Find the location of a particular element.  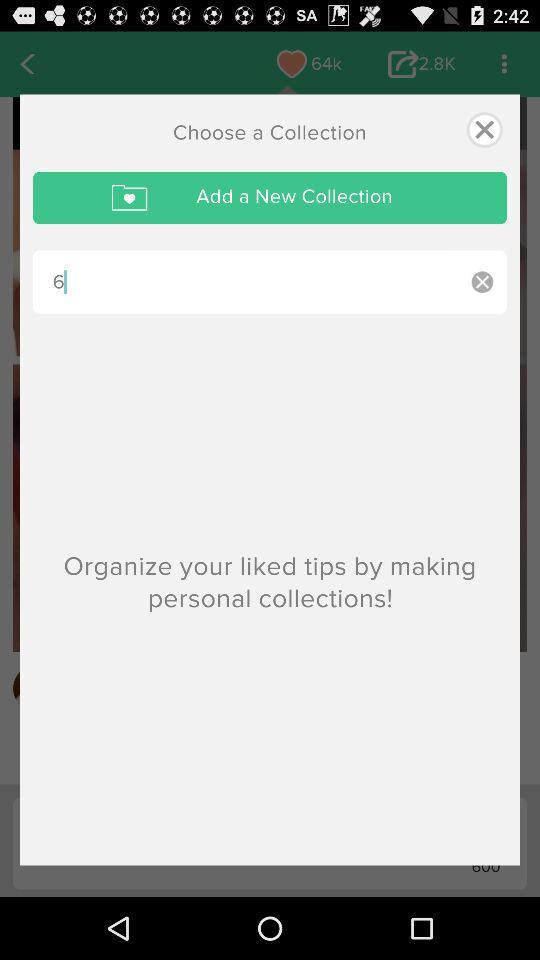

item above the organize your liked icon is located at coordinates (481, 281).